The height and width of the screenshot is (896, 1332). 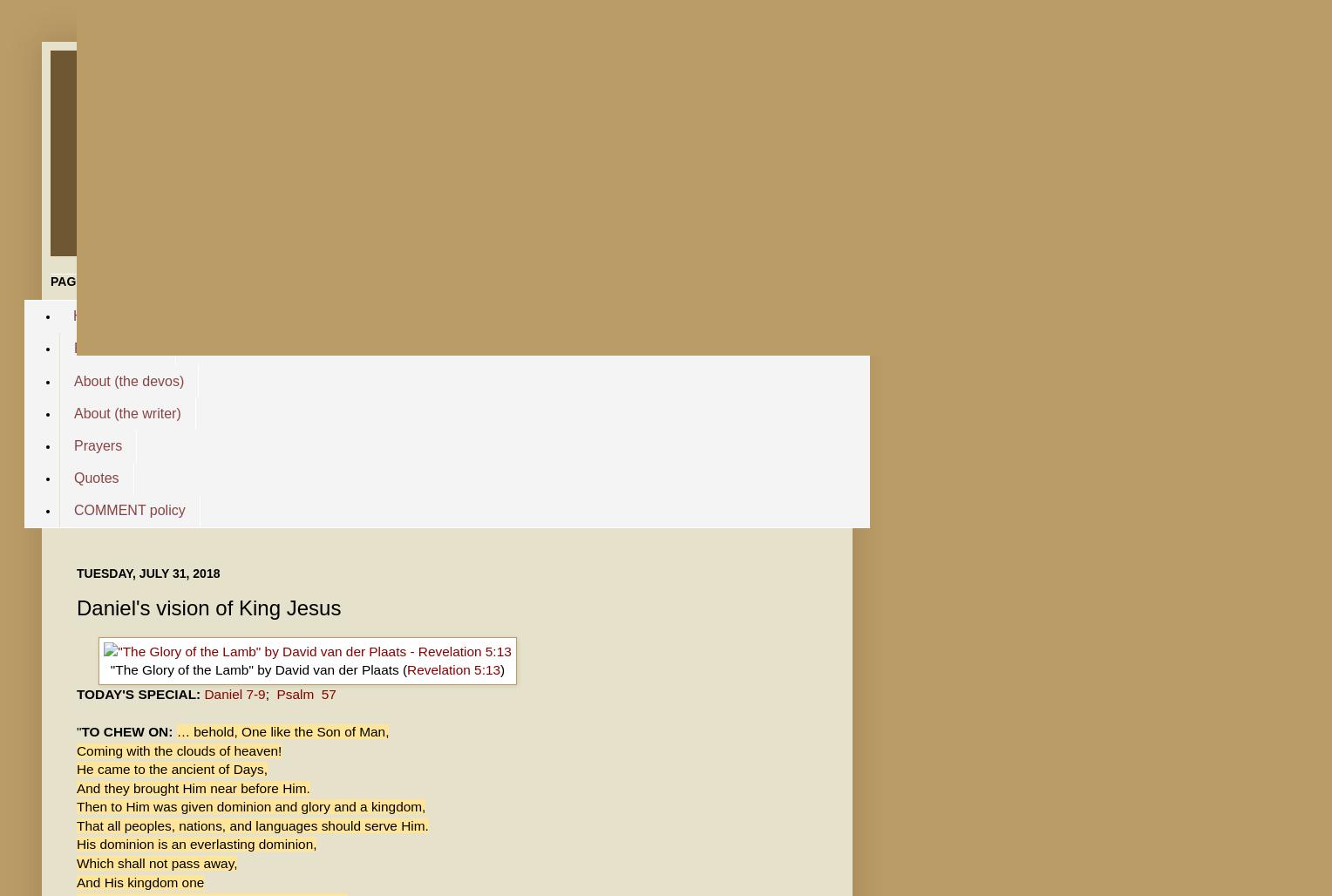 I want to click on 'Prayers', so click(x=97, y=444).